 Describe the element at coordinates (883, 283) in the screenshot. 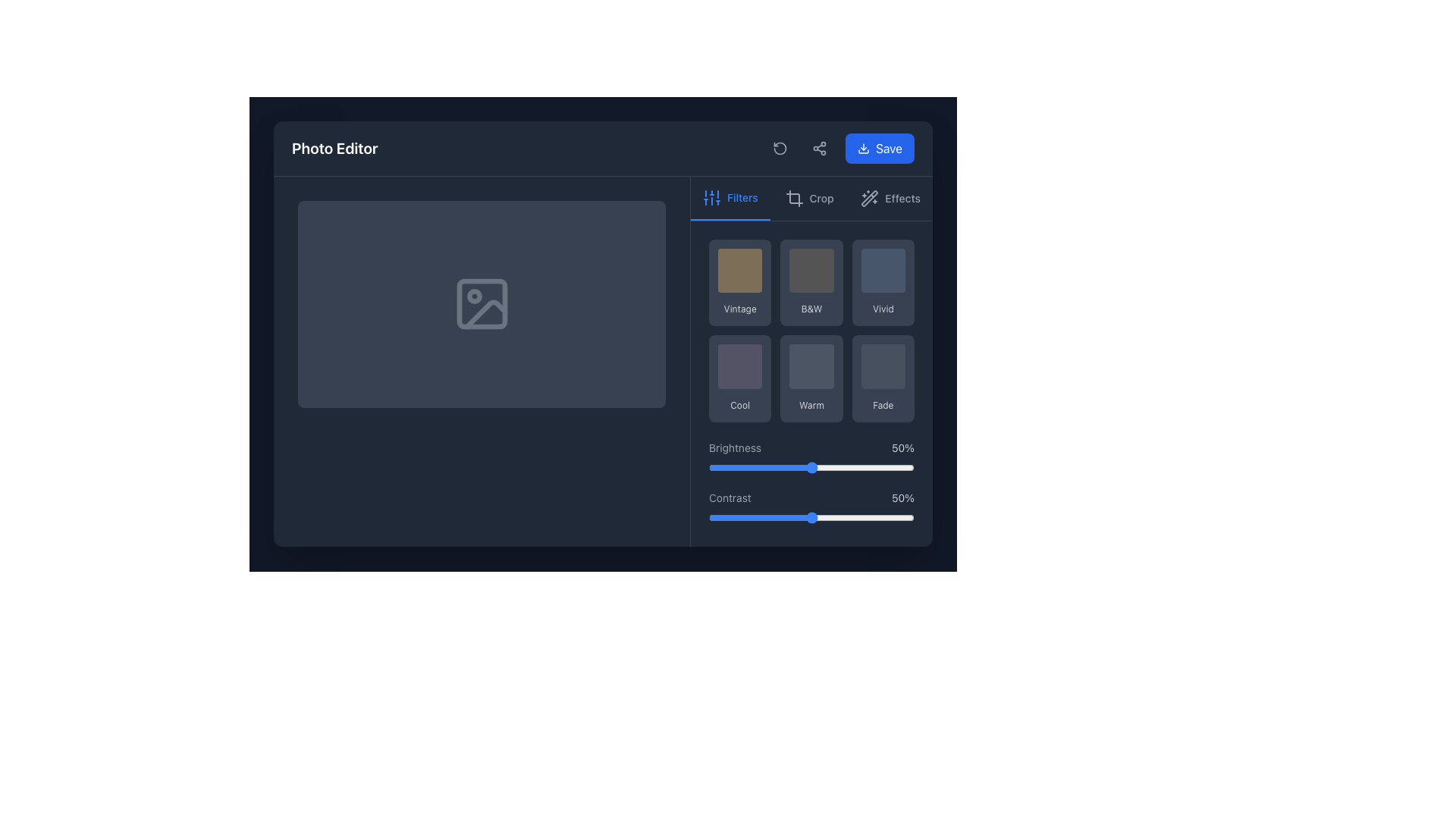

I see `the 'Vivid' filter button located in the grid of filter options to apply the filter to the image` at that location.